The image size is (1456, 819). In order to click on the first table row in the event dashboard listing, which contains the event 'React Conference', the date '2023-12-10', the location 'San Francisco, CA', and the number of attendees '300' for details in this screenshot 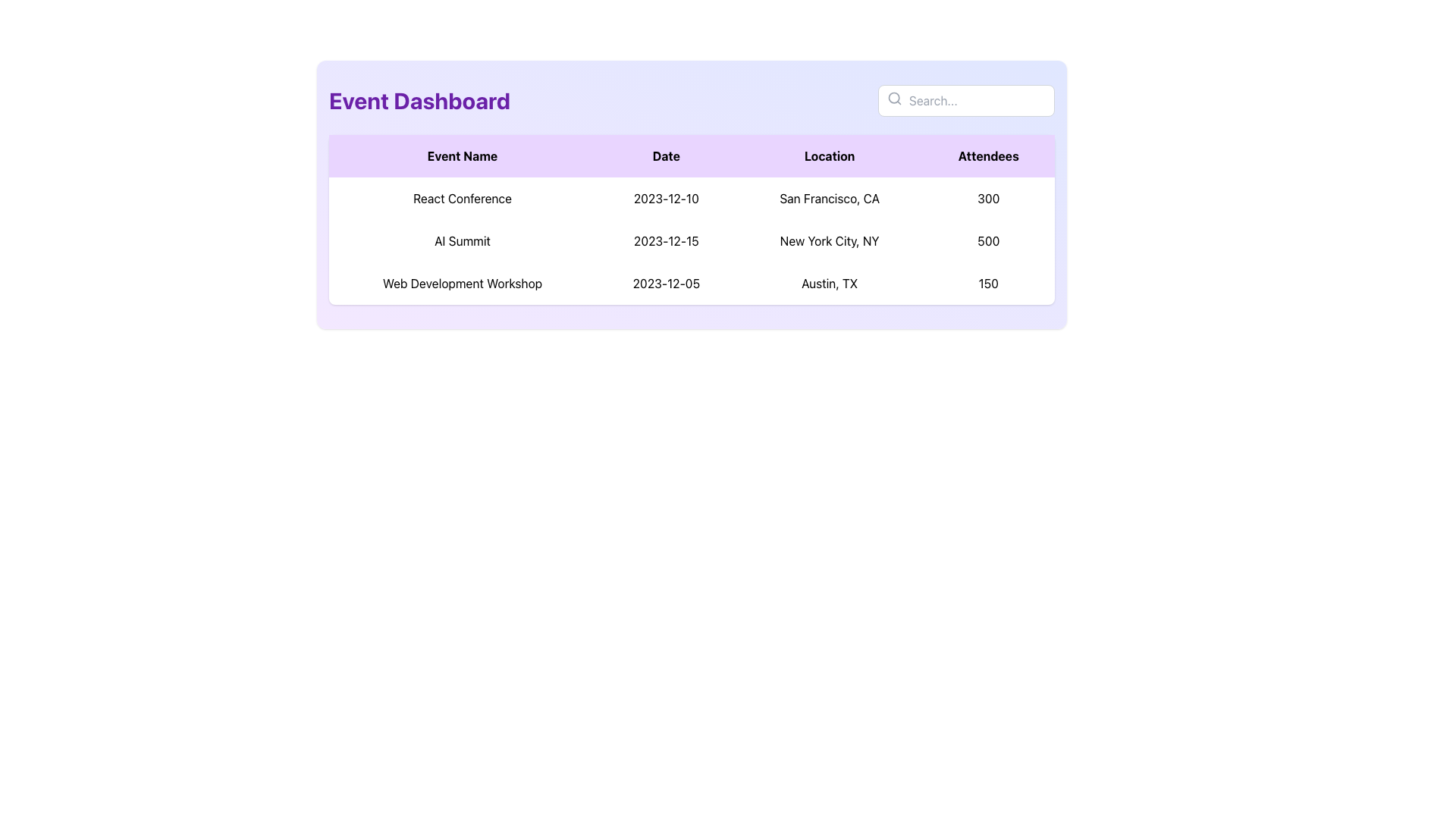, I will do `click(691, 198)`.